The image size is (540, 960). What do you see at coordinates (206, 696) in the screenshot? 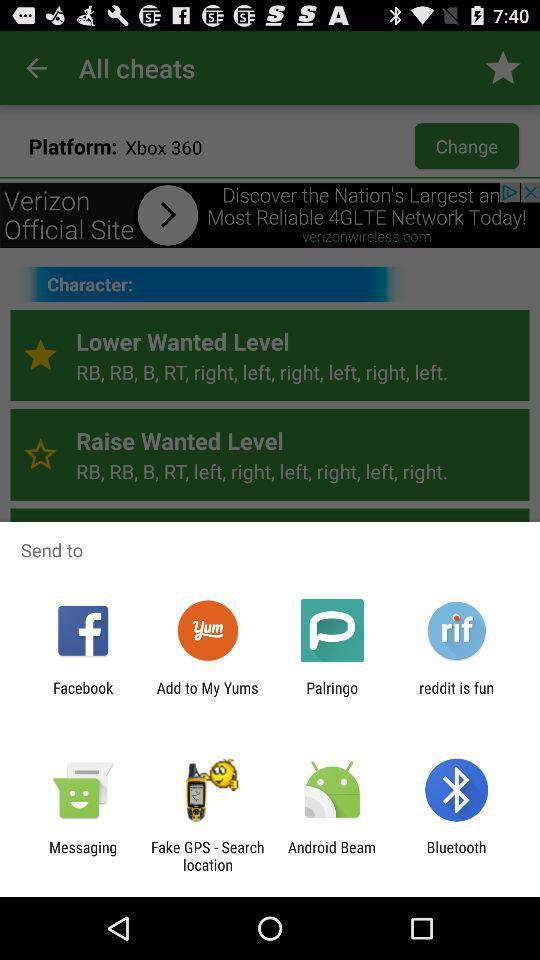
I see `app next to the palringo item` at bounding box center [206, 696].